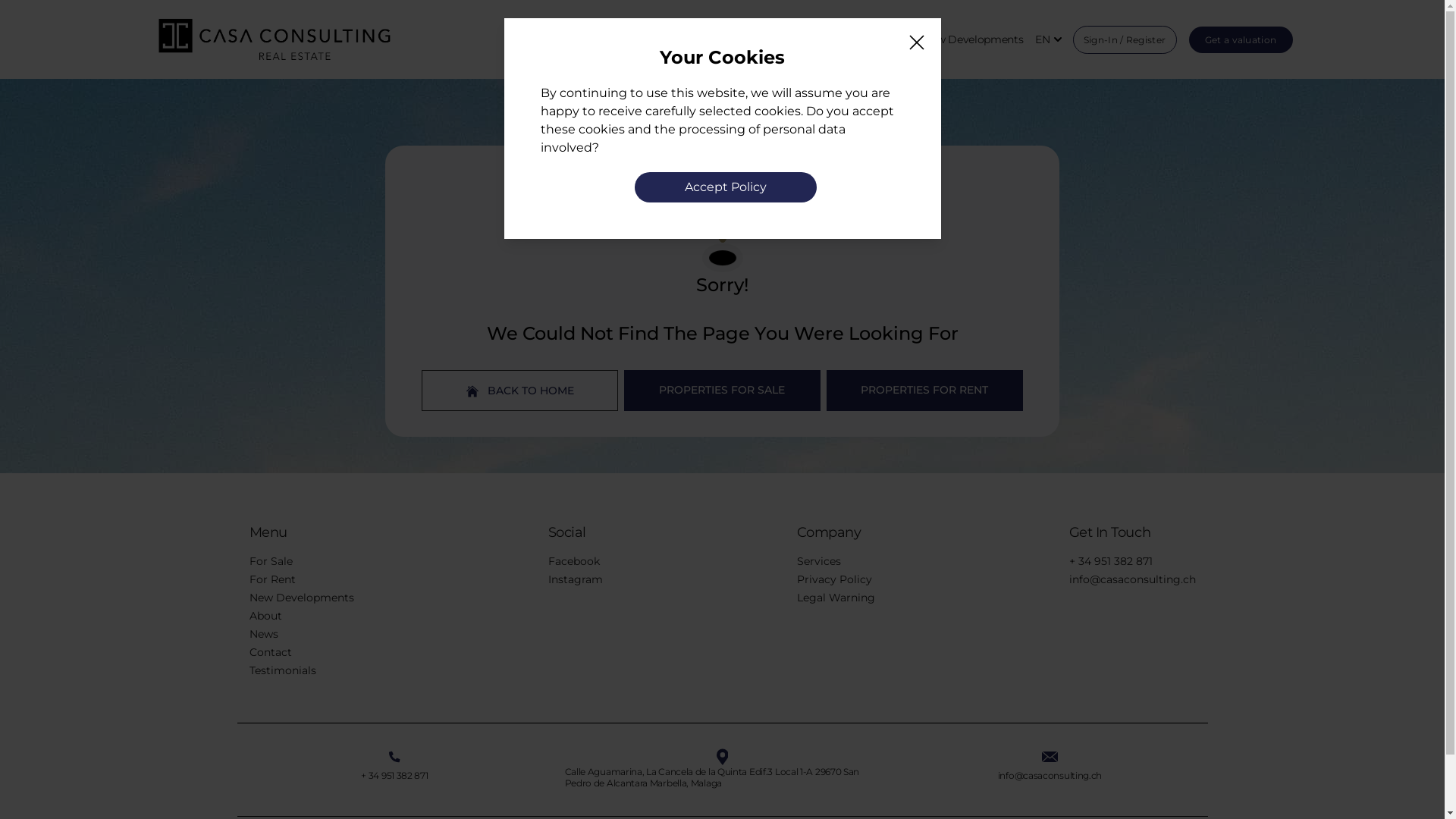 The image size is (1456, 819). I want to click on 'Sign-In / Register', so click(1072, 39).